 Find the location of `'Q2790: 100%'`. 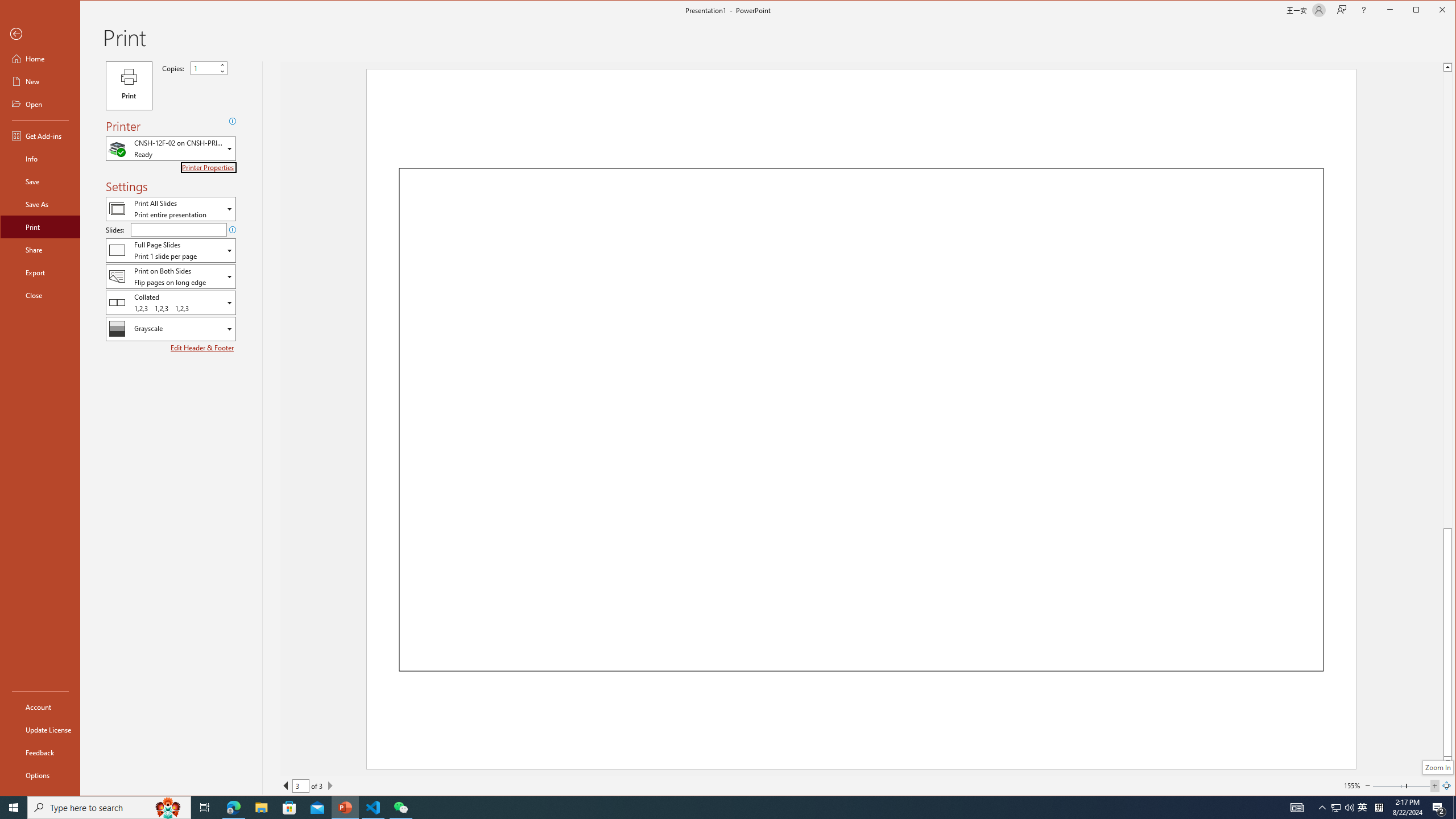

'Q2790: 100%' is located at coordinates (1349, 806).